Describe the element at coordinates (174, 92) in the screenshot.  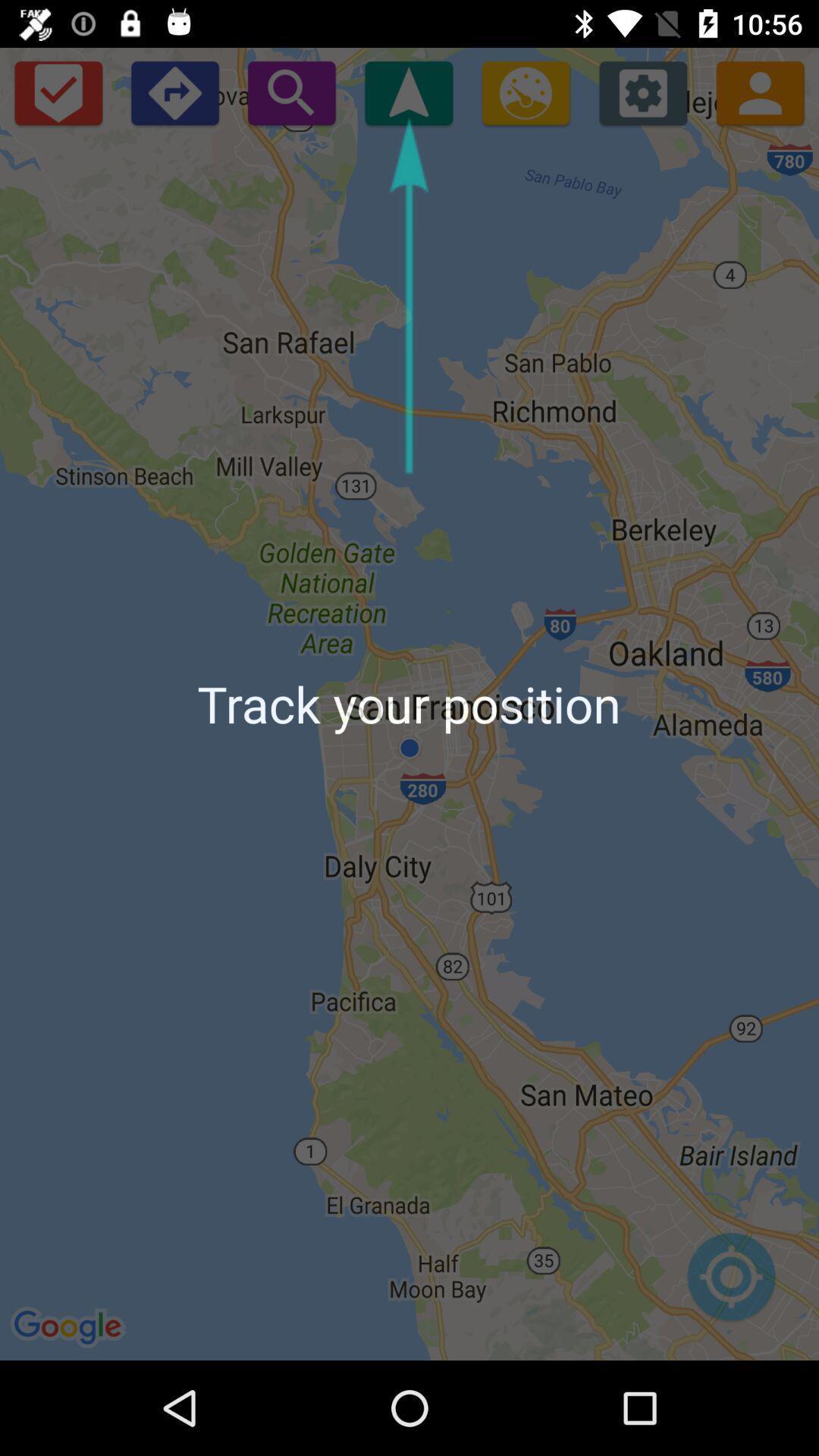
I see `directions` at that location.